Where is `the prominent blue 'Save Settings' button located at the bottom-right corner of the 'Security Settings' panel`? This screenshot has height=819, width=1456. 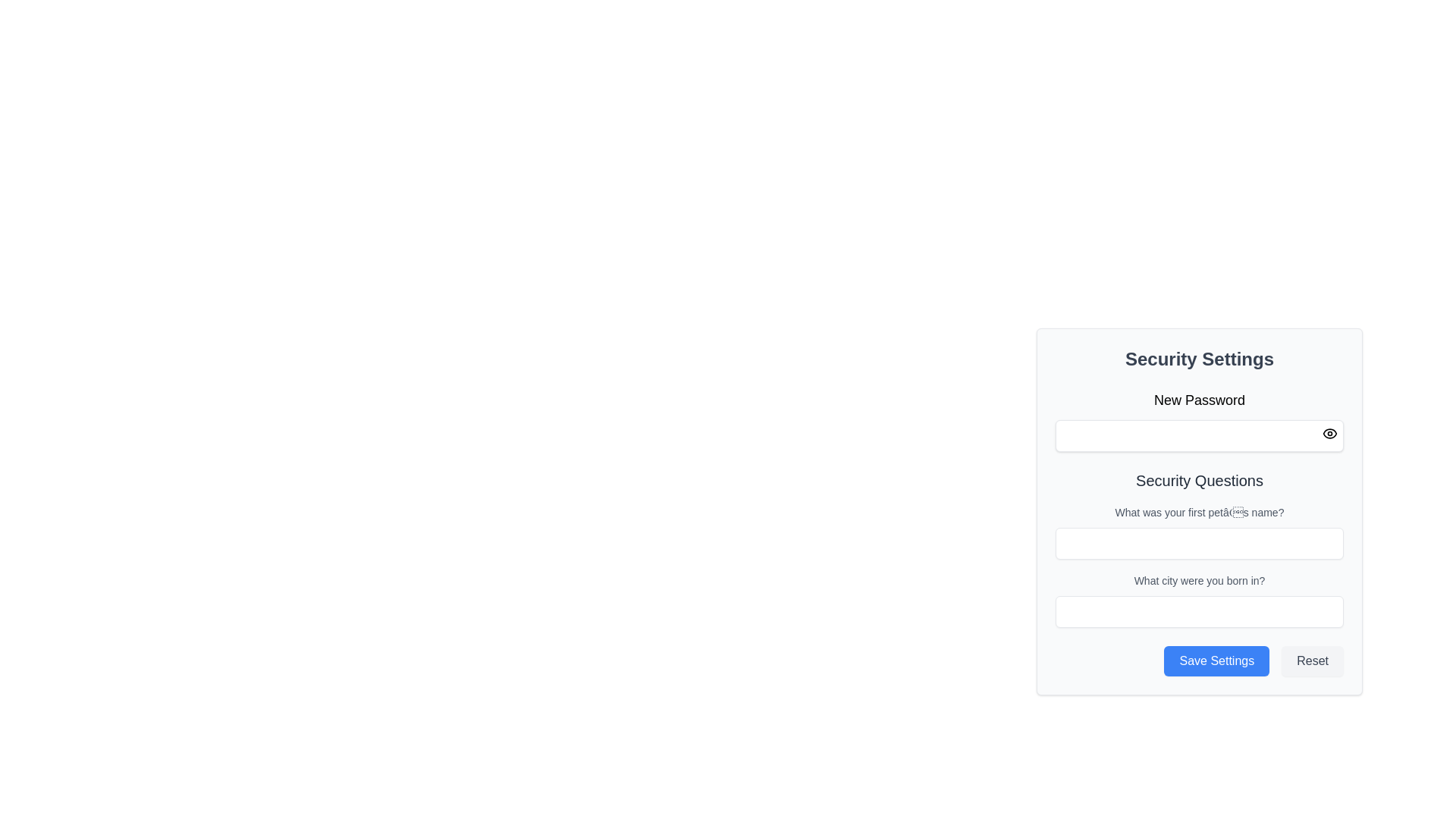 the prominent blue 'Save Settings' button located at the bottom-right corner of the 'Security Settings' panel is located at coordinates (1216, 660).